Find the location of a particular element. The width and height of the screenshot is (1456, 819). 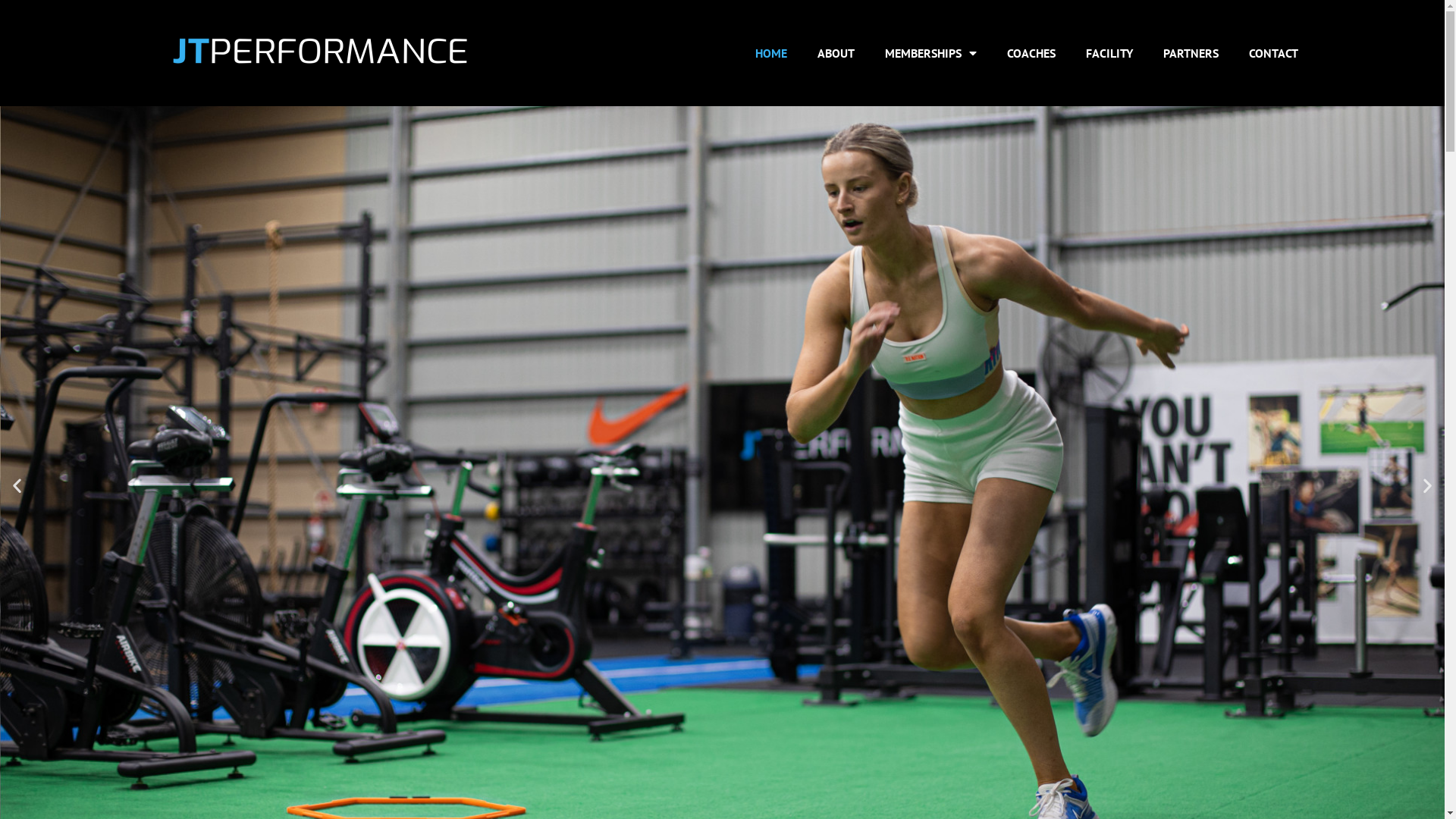

'HOME' is located at coordinates (771, 52).